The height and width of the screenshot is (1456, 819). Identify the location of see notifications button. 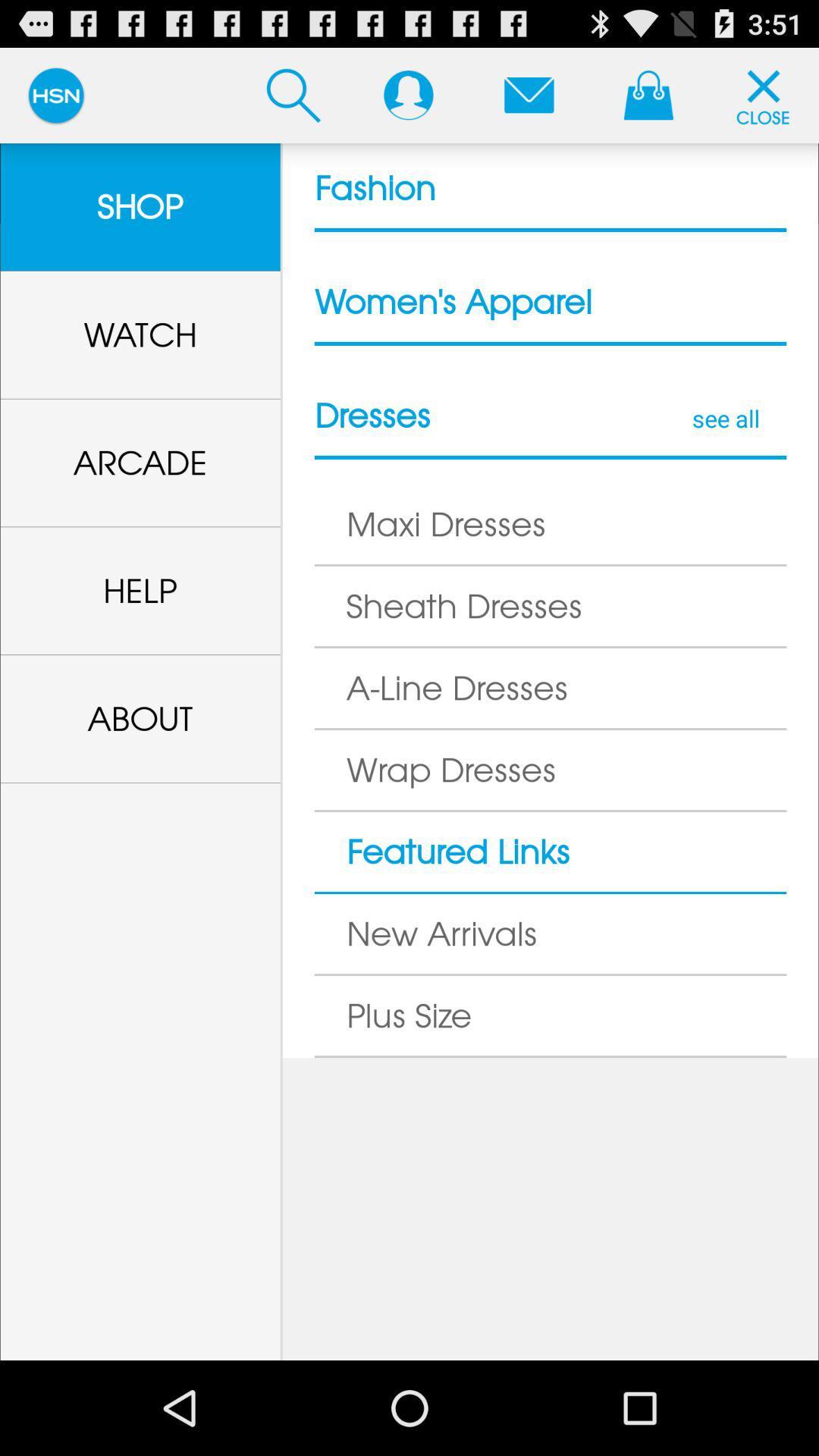
(528, 94).